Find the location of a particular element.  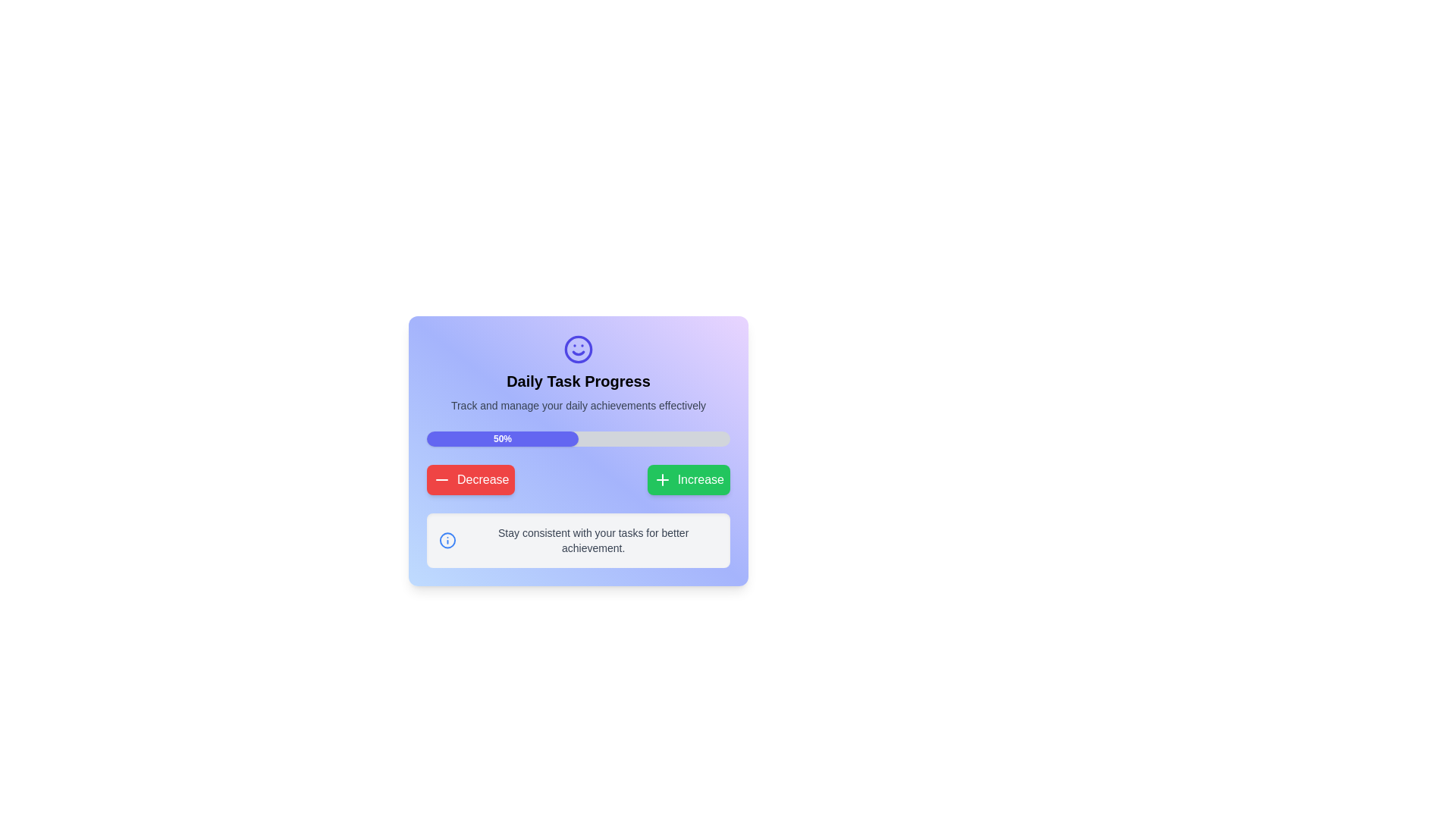

the circular smiley face icon with a blue outline located above the 'Daily Task Progress' title is located at coordinates (578, 350).